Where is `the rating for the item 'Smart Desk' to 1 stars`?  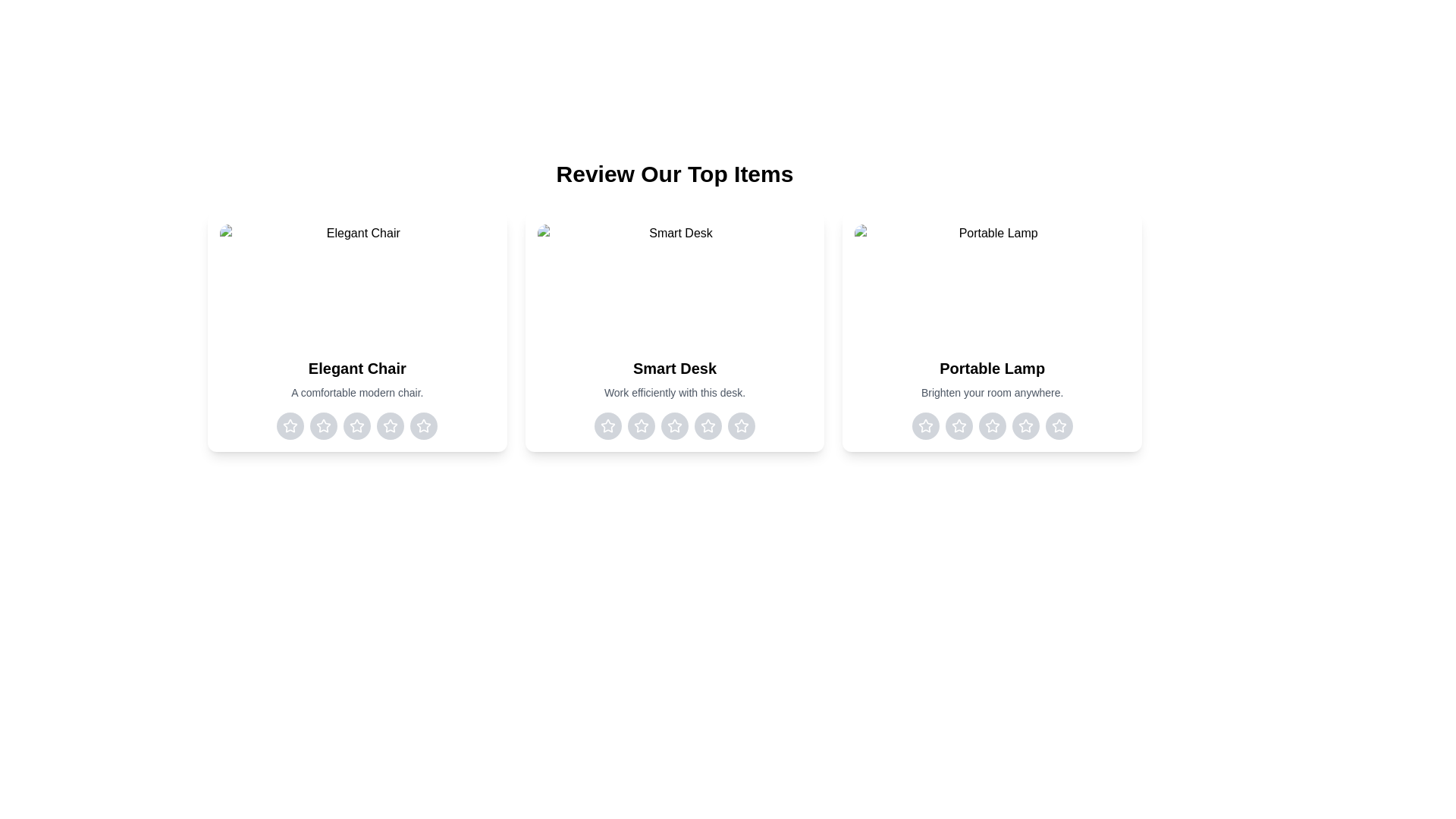 the rating for the item 'Smart Desk' to 1 stars is located at coordinates (607, 426).